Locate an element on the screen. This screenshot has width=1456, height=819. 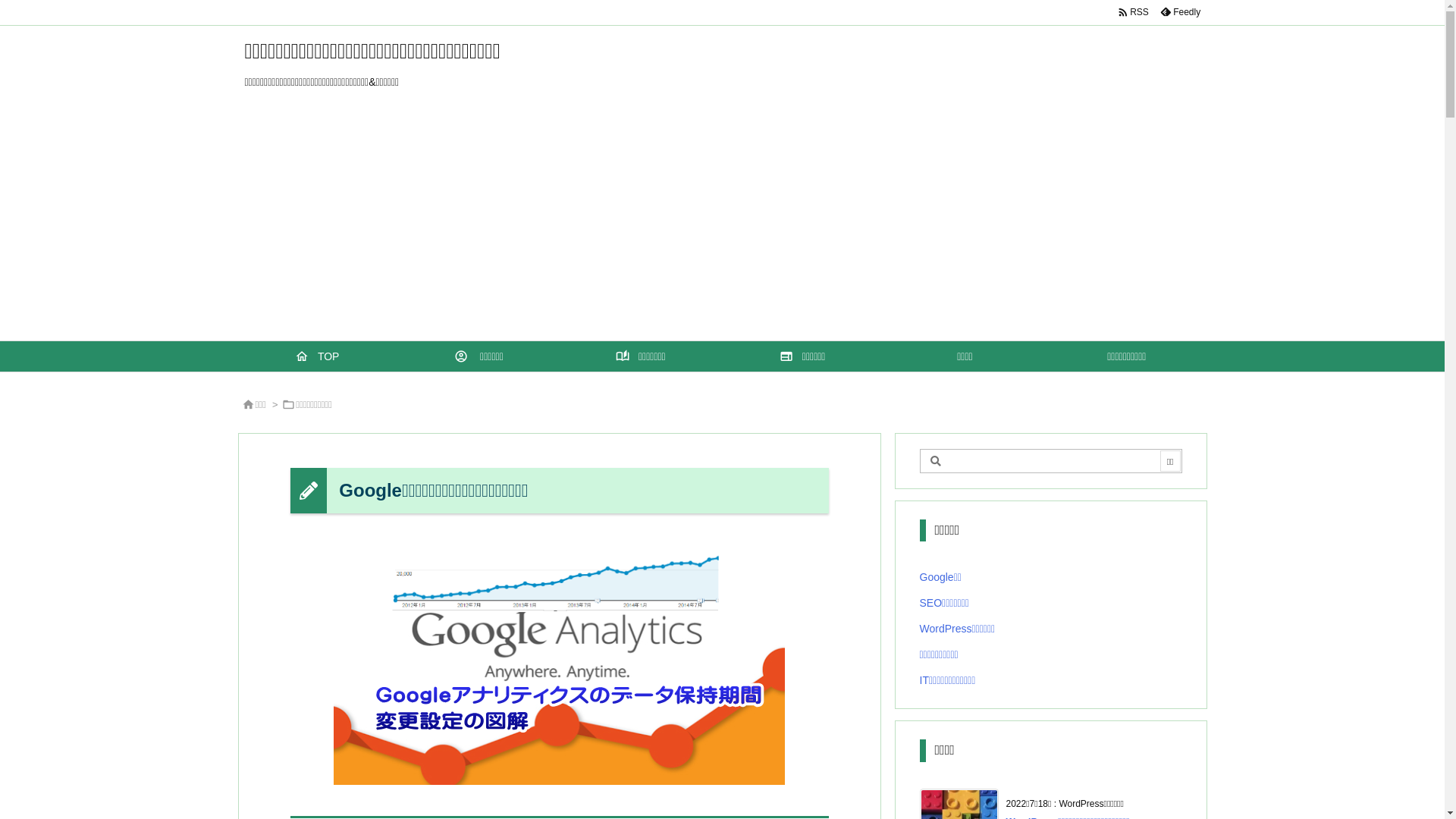
'  Feedly ' is located at coordinates (1153, 11).